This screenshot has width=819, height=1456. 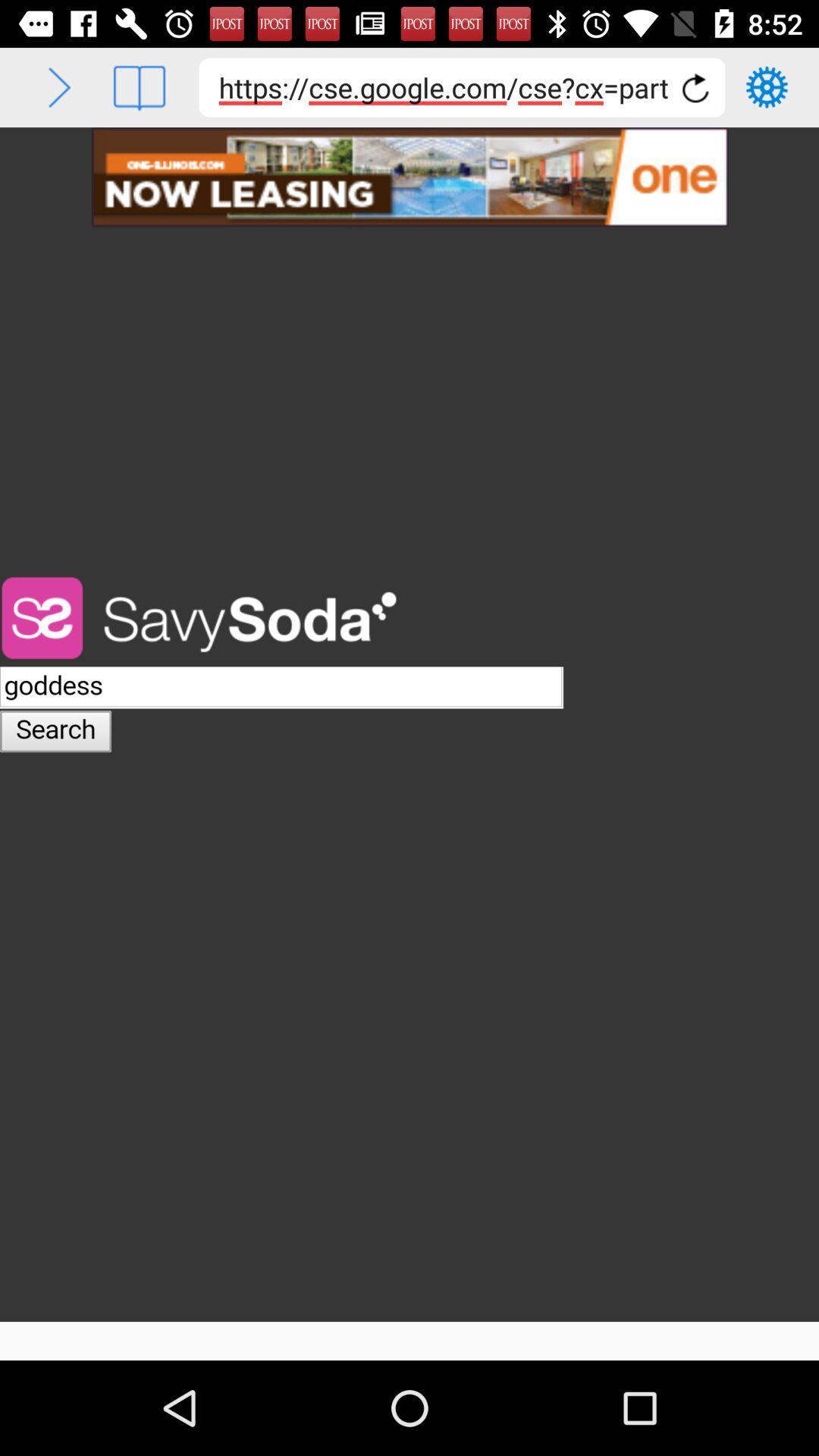 I want to click on next, so click(x=58, y=86).